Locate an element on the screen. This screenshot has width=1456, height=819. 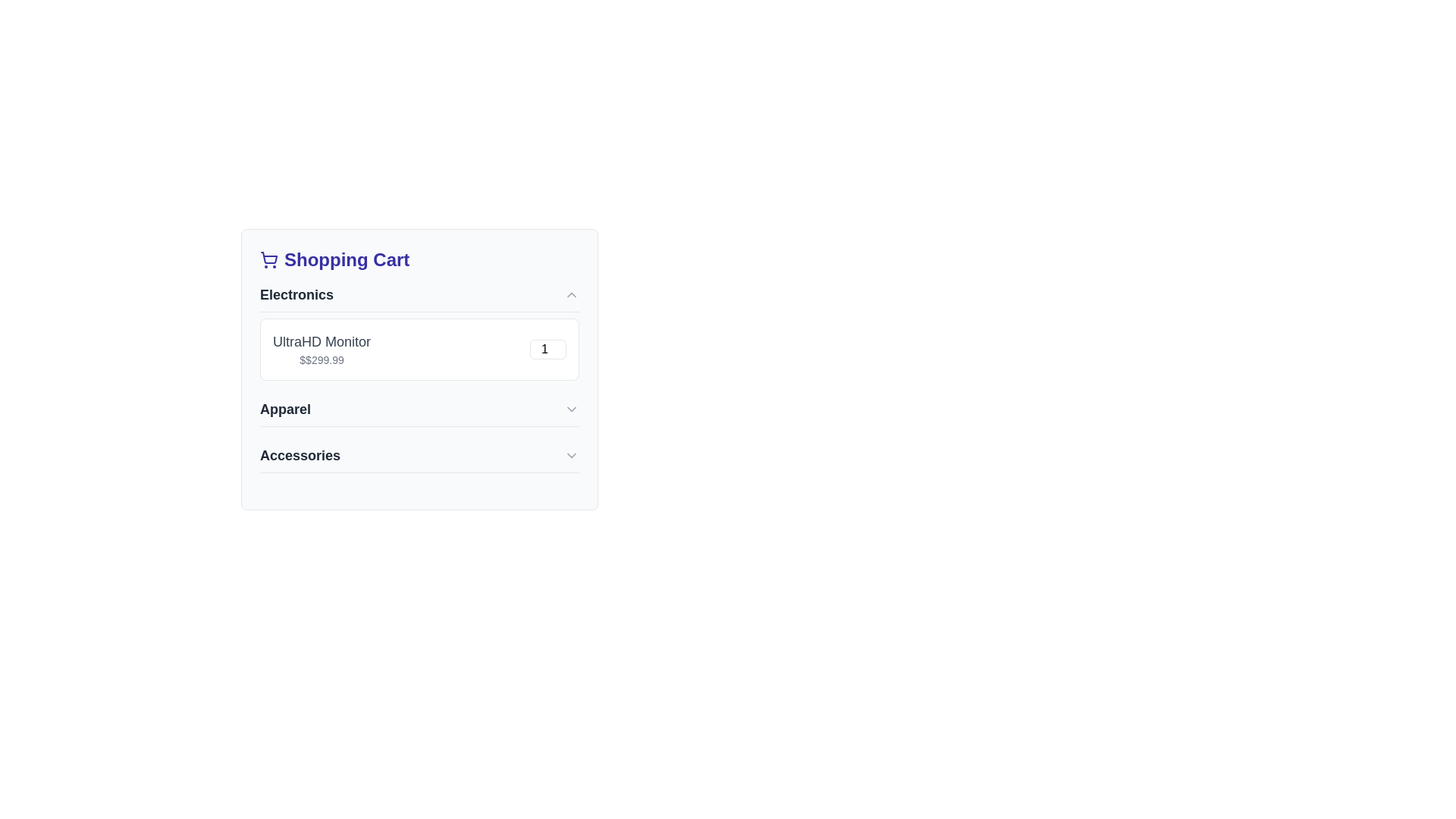
the 'UltraHD Monitor' text label, which serves as a product title located in the shopping cart under the 'Electronics' section is located at coordinates (321, 342).